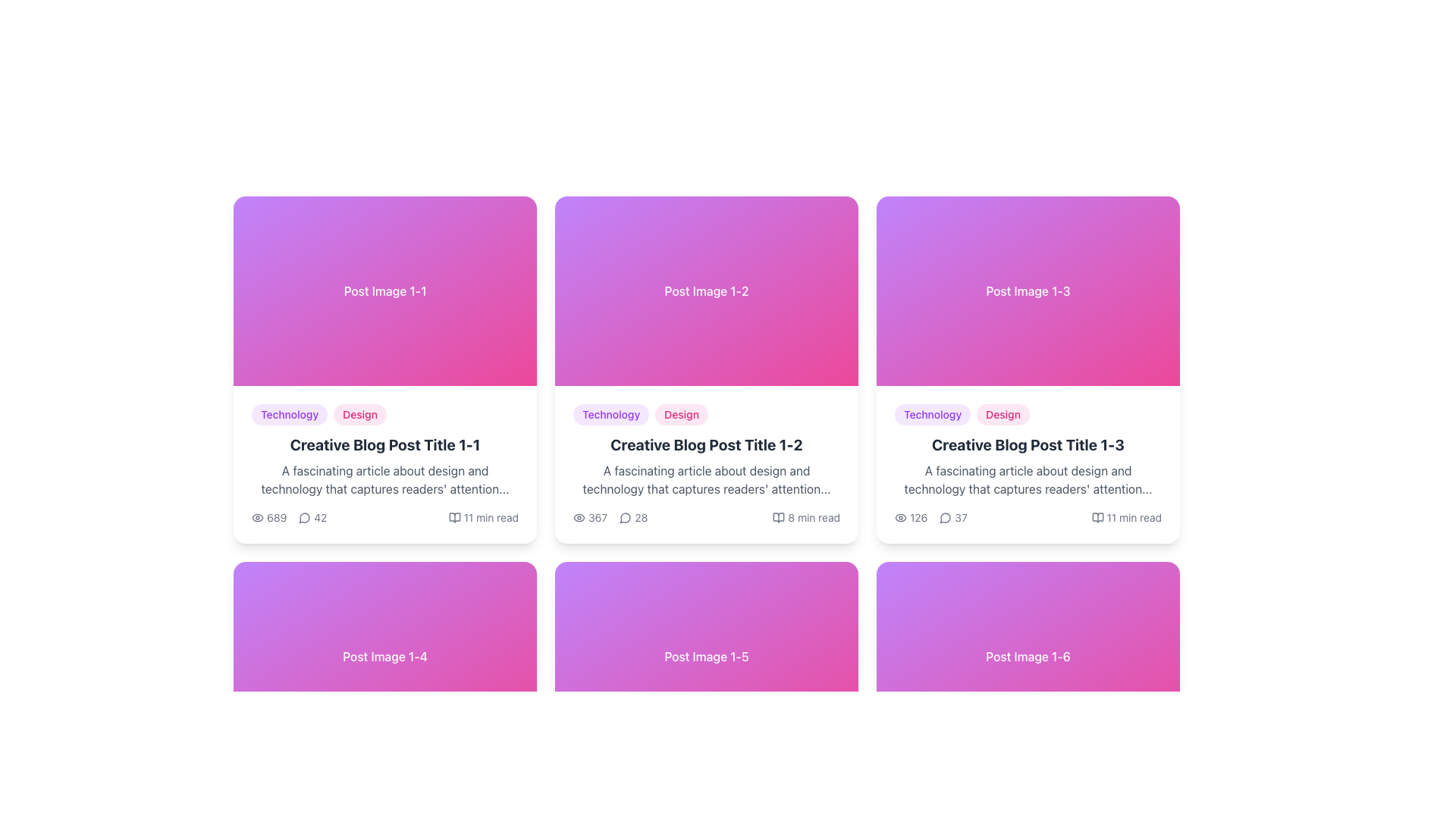 The image size is (1456, 819). What do you see at coordinates (304, 516) in the screenshot?
I see `the Comment Icon, a small circular icon with a speech bubble outline, positioned next` at bounding box center [304, 516].